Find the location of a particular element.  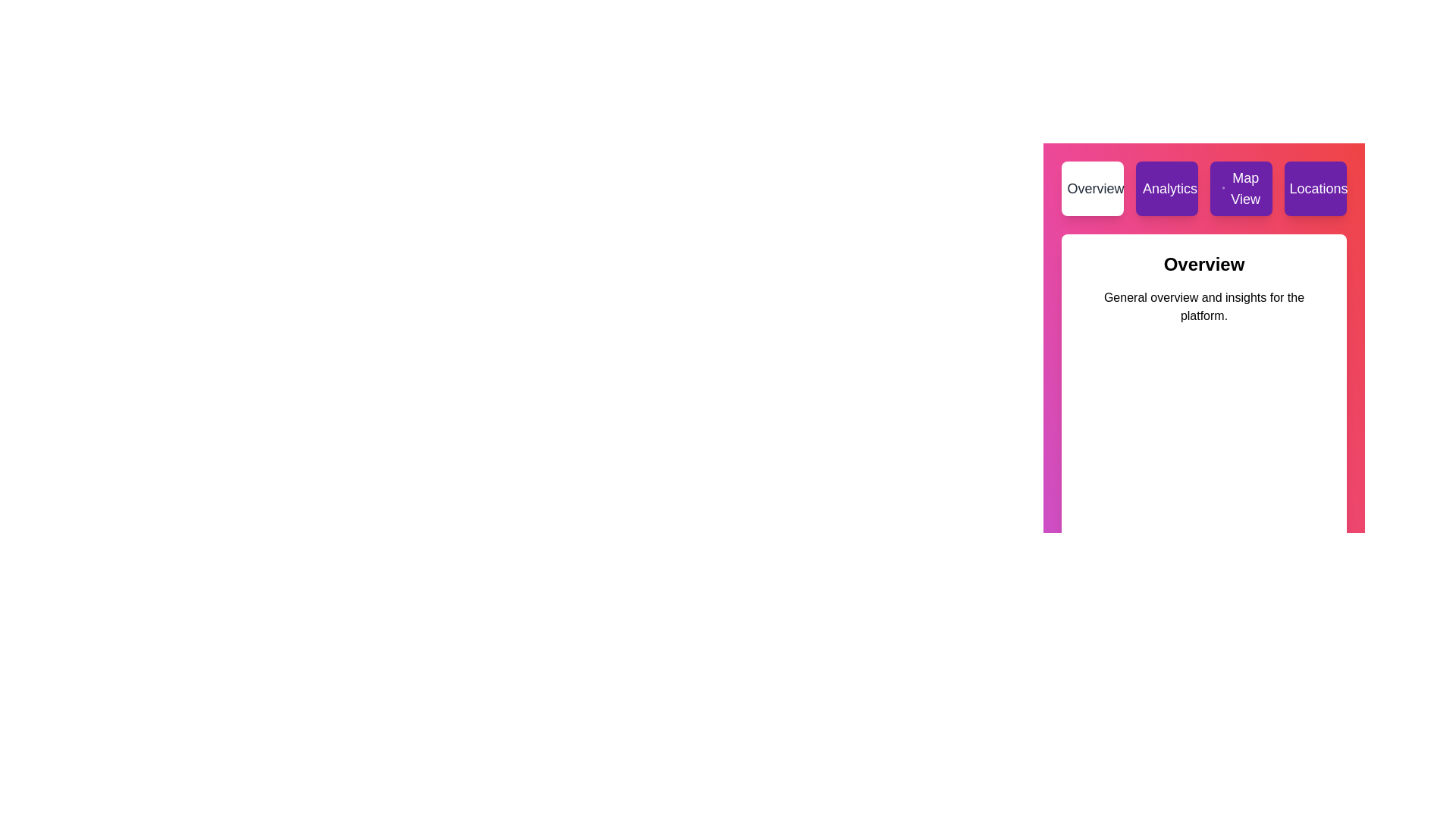

the 'Map View' icon located in the top navigation bar, which is the first visual item on the left side of the button, preceding the text label is located at coordinates (1223, 188).